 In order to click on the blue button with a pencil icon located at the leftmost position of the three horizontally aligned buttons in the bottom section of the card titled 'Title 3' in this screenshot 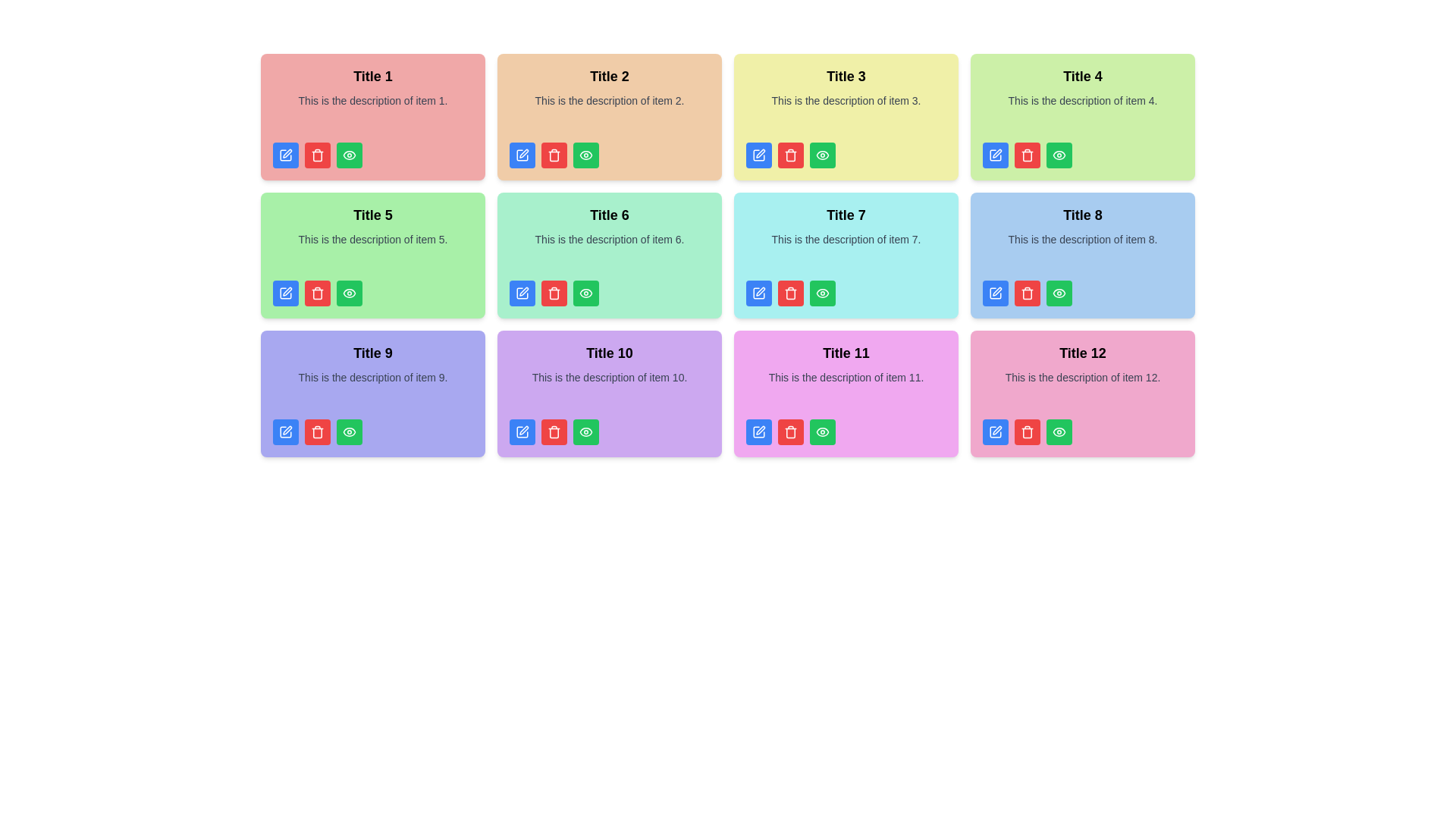, I will do `click(759, 155)`.